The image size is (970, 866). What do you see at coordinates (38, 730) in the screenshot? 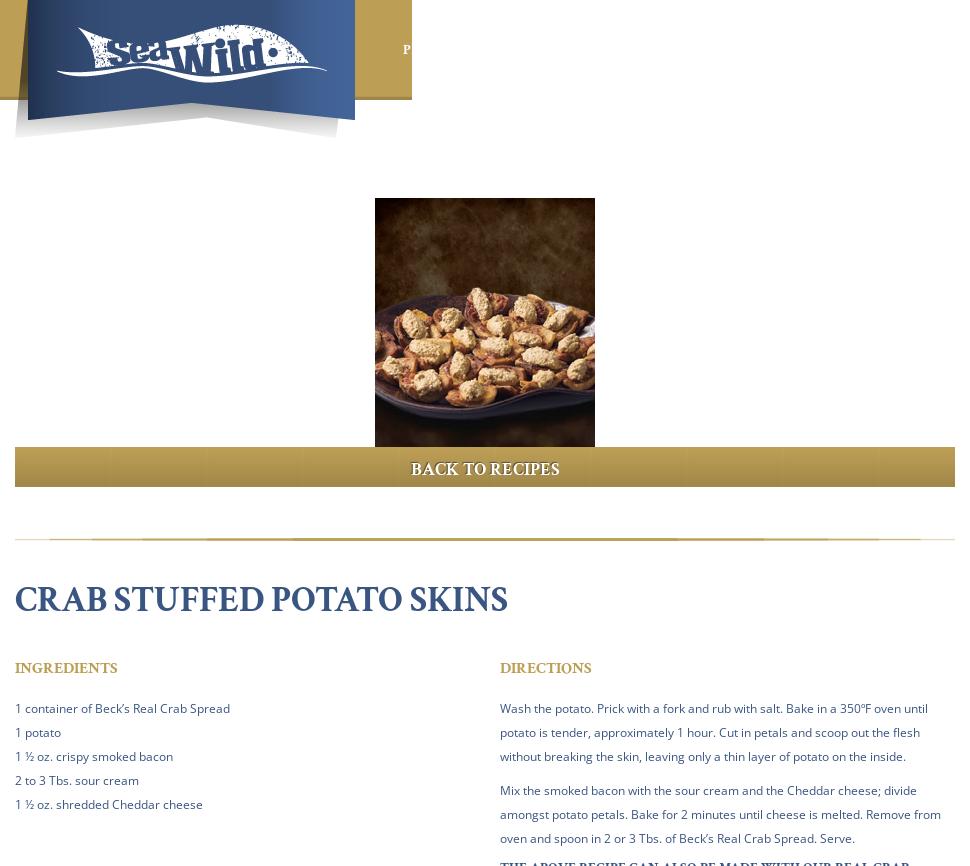
I see `'1 potato'` at bounding box center [38, 730].